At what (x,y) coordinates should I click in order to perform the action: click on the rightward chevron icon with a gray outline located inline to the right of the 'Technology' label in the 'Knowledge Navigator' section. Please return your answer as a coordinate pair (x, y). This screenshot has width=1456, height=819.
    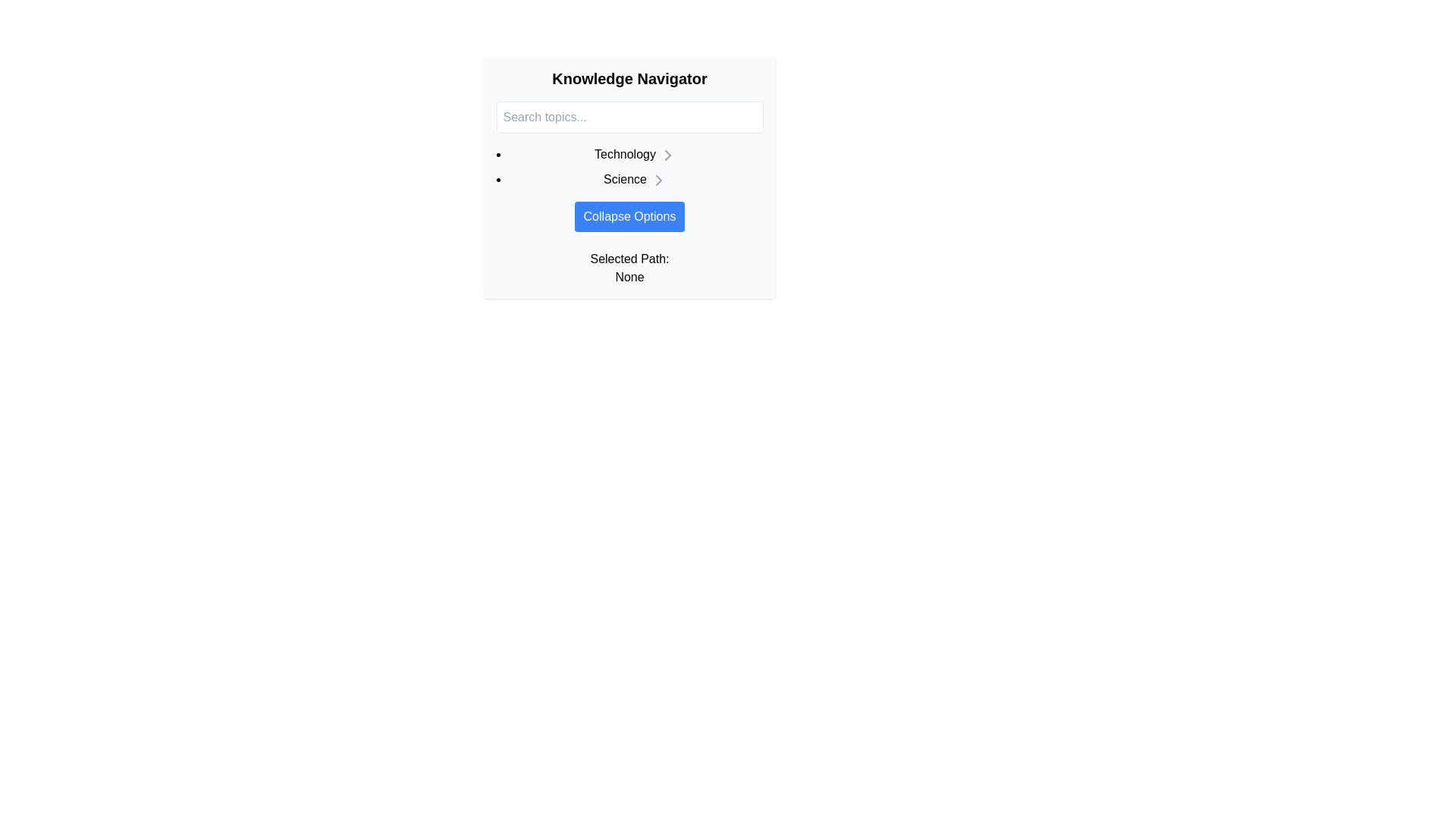
    Looking at the image, I should click on (667, 155).